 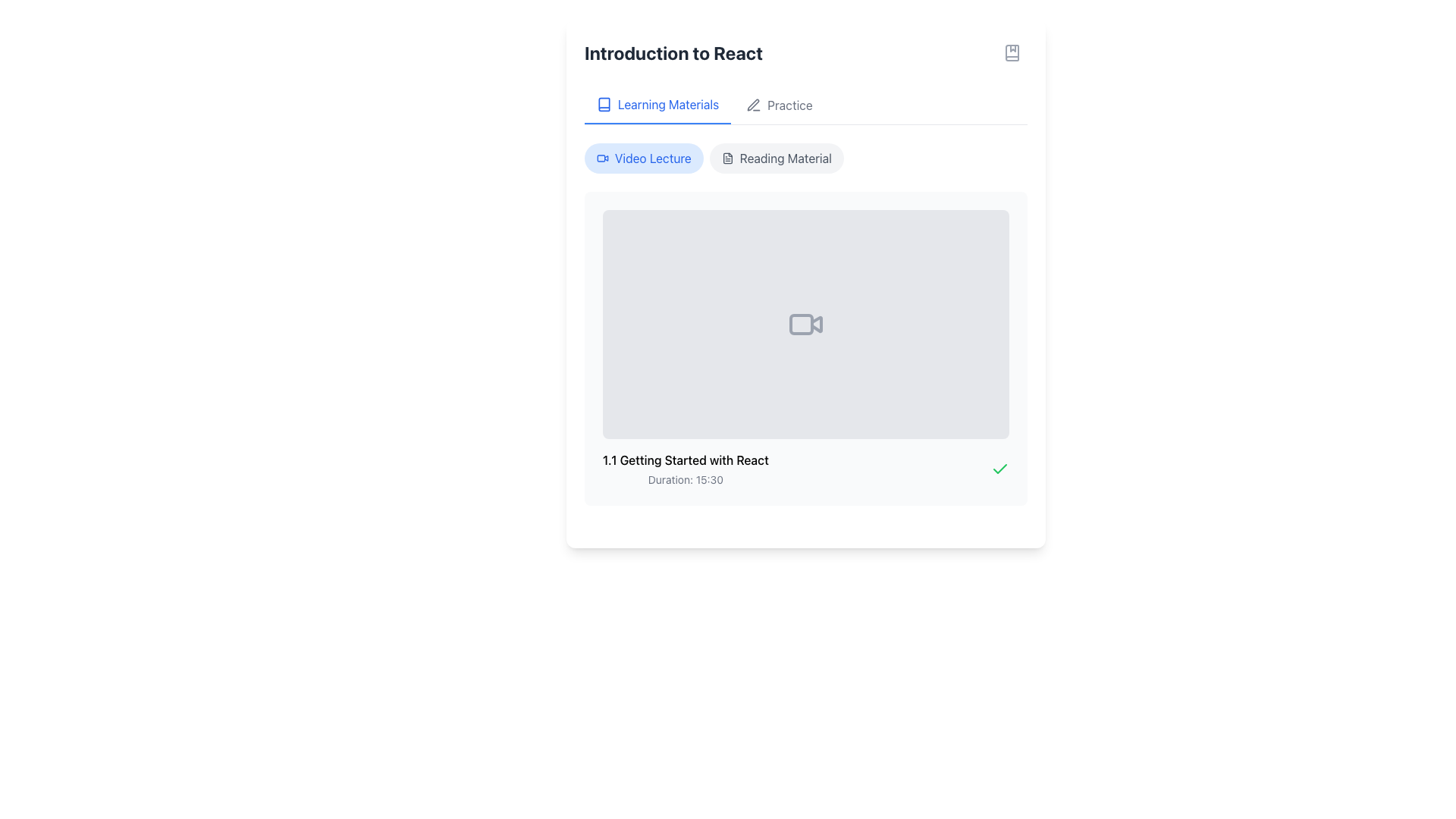 I want to click on the 'Practice' button located below the main heading in the horizontal row of navigation buttons, so click(x=805, y=105).